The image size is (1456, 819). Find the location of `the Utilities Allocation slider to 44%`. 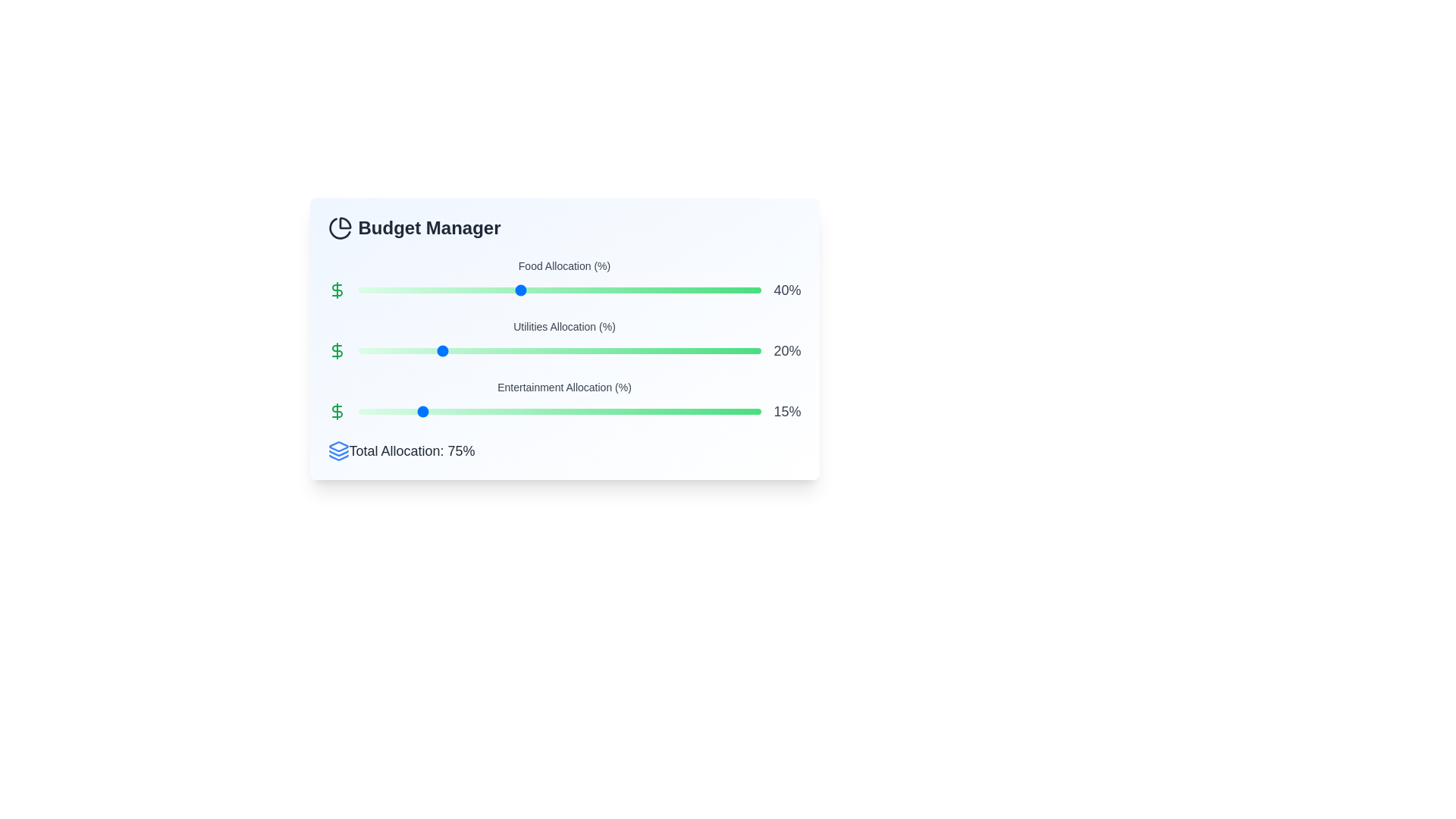

the Utilities Allocation slider to 44% is located at coordinates (535, 350).